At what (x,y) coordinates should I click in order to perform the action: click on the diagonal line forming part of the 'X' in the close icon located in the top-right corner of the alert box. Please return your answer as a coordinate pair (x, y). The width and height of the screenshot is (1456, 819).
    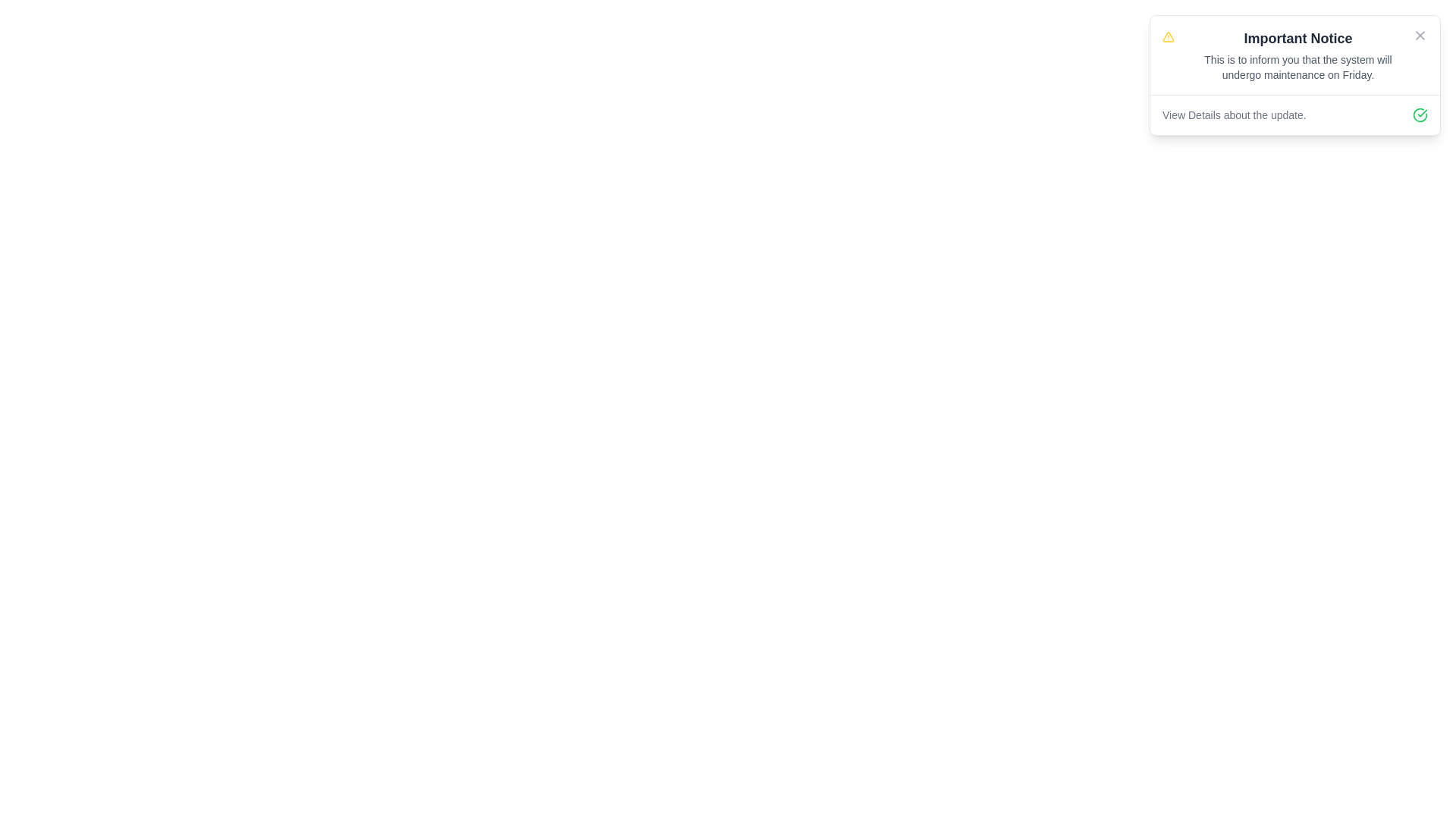
    Looking at the image, I should click on (1419, 34).